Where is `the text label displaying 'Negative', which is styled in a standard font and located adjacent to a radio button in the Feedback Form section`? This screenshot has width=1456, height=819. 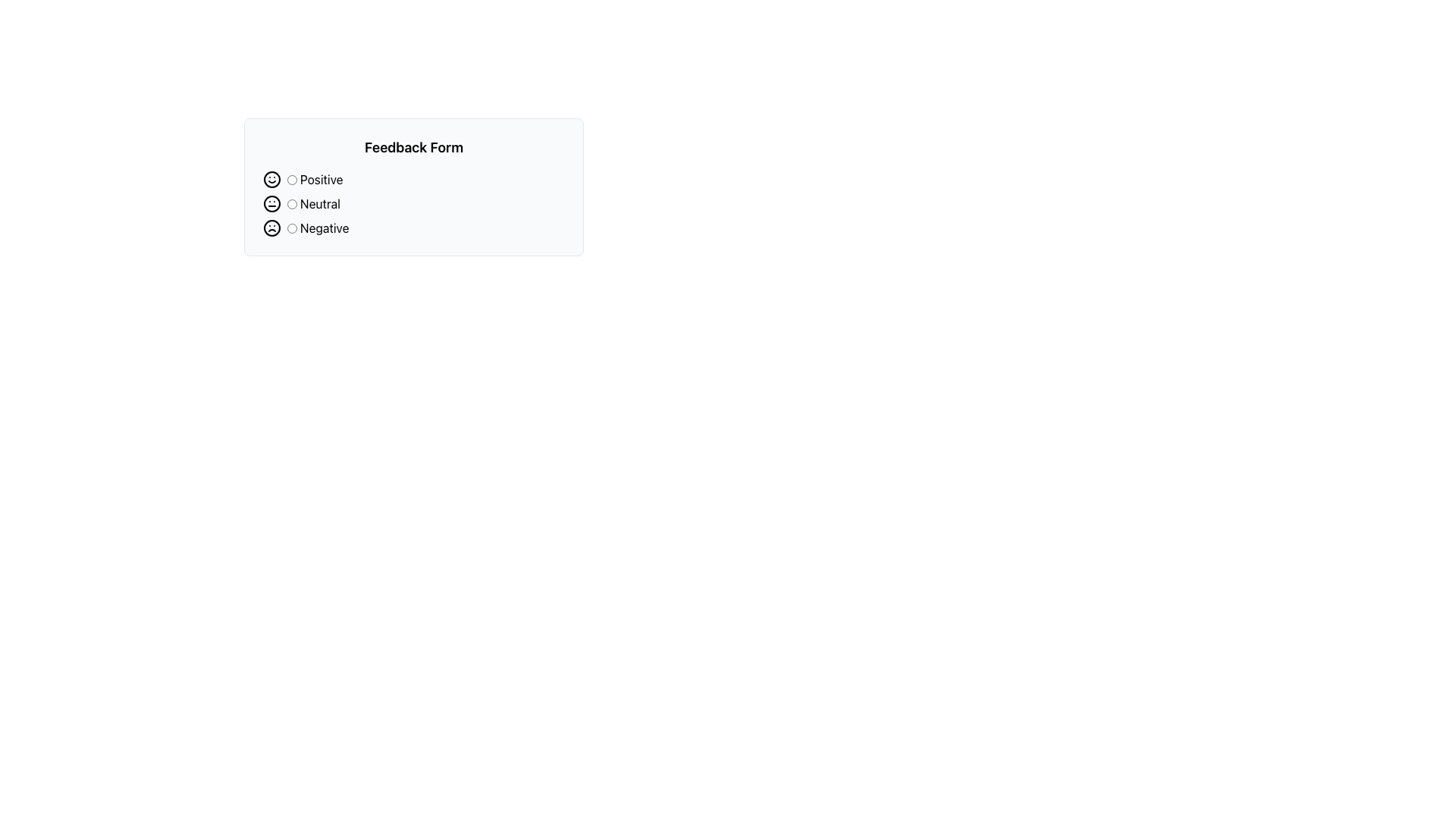
the text label displaying 'Negative', which is styled in a standard font and located adjacent to a radio button in the Feedback Form section is located at coordinates (324, 227).